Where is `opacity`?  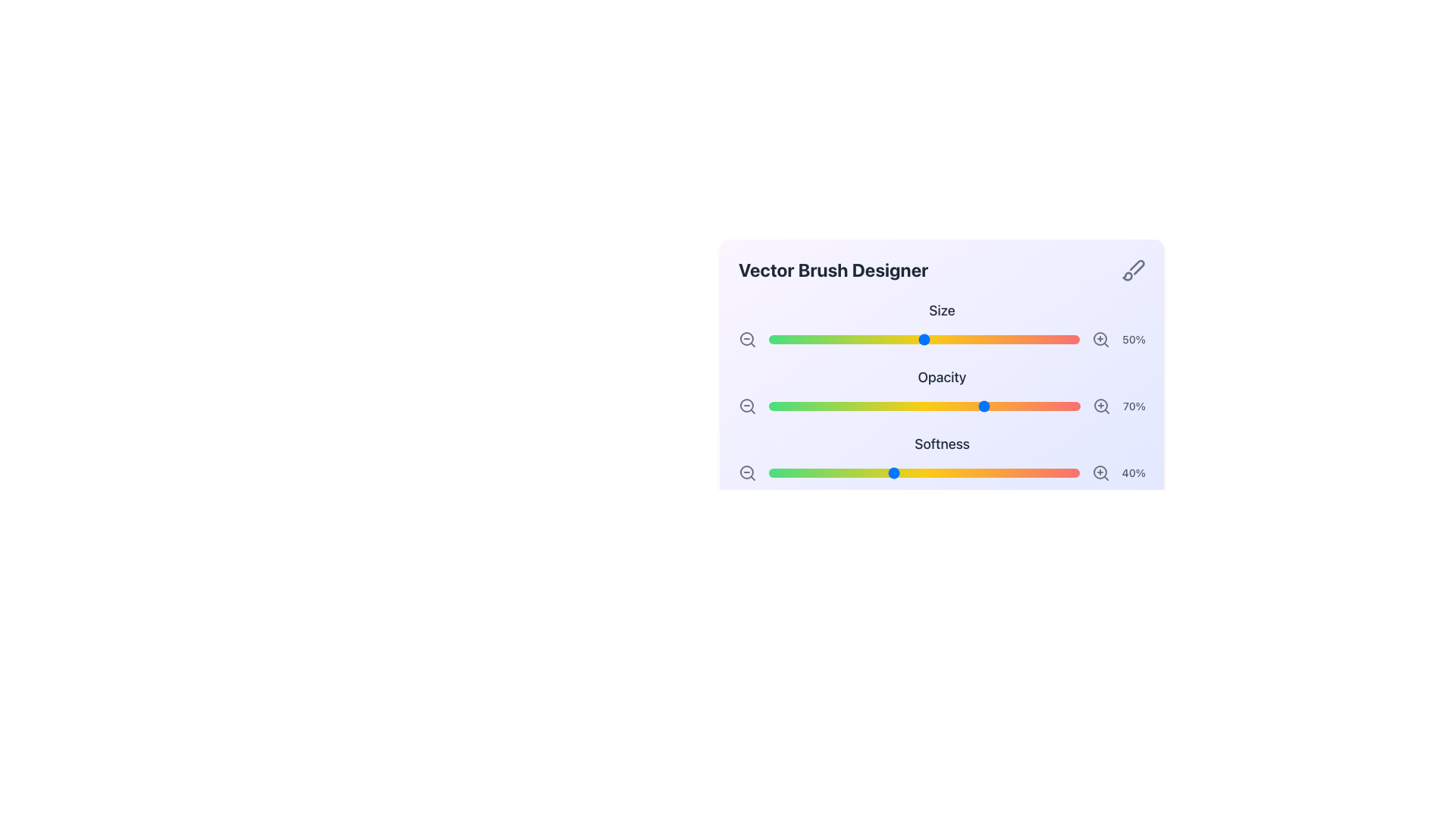
opacity is located at coordinates (799, 406).